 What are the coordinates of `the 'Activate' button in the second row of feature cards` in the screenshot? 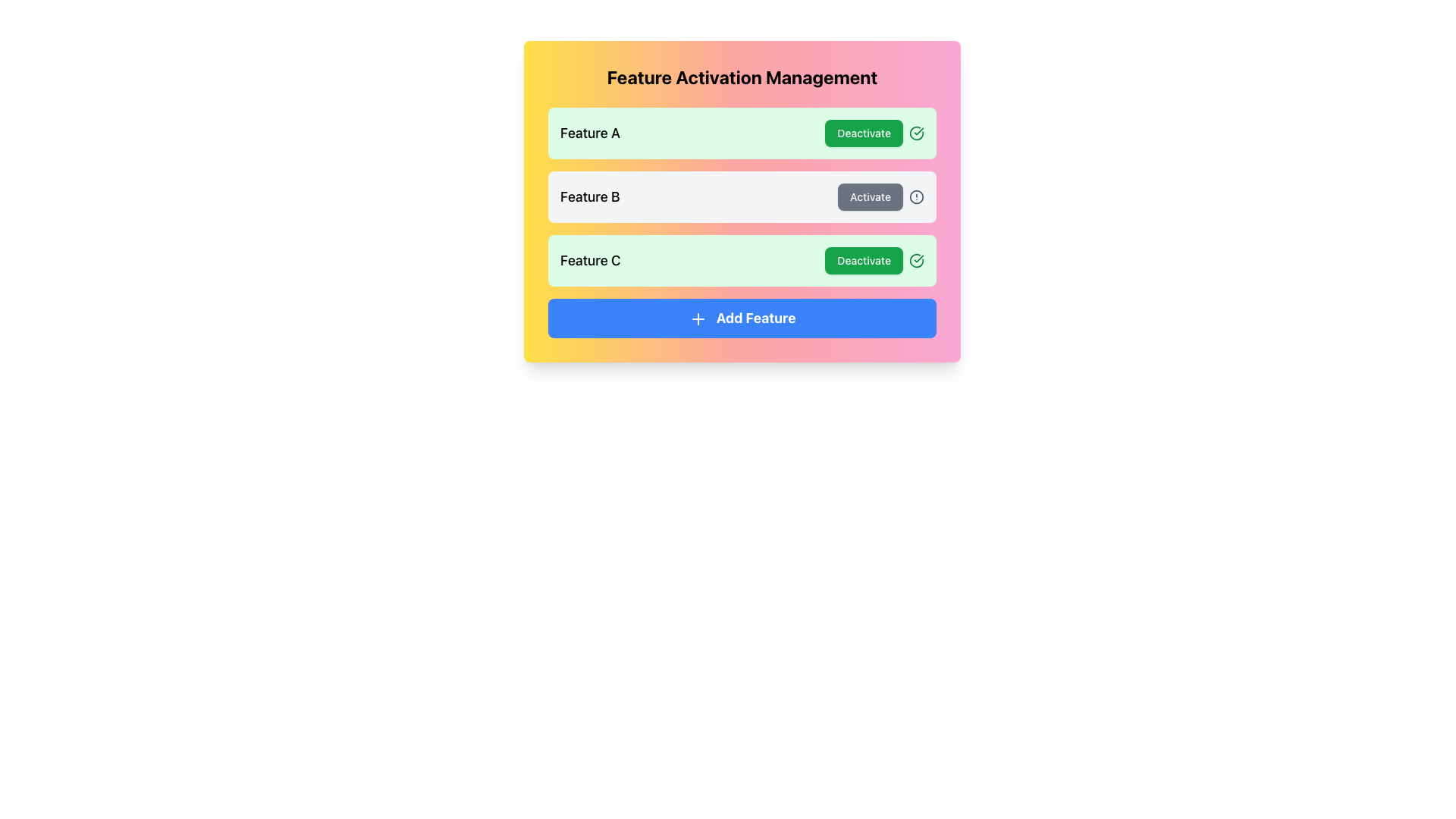 It's located at (742, 201).